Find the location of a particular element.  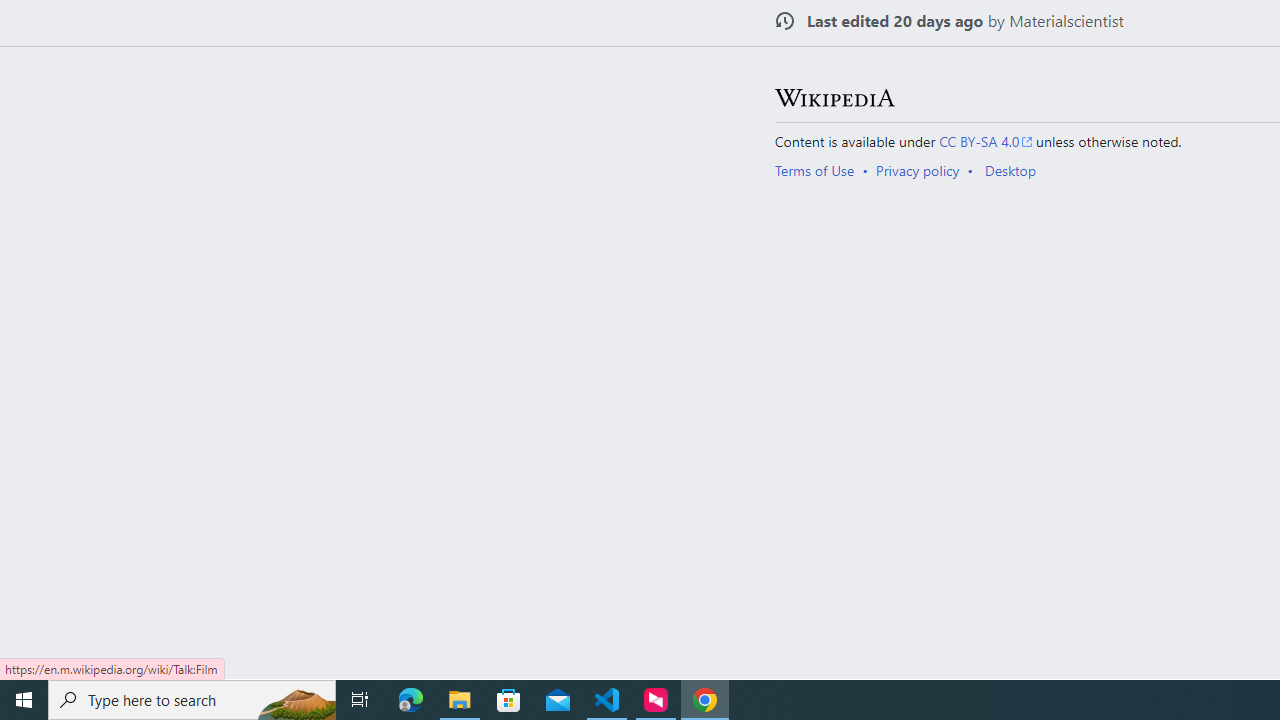

'Privacy policy' is located at coordinates (916, 168).